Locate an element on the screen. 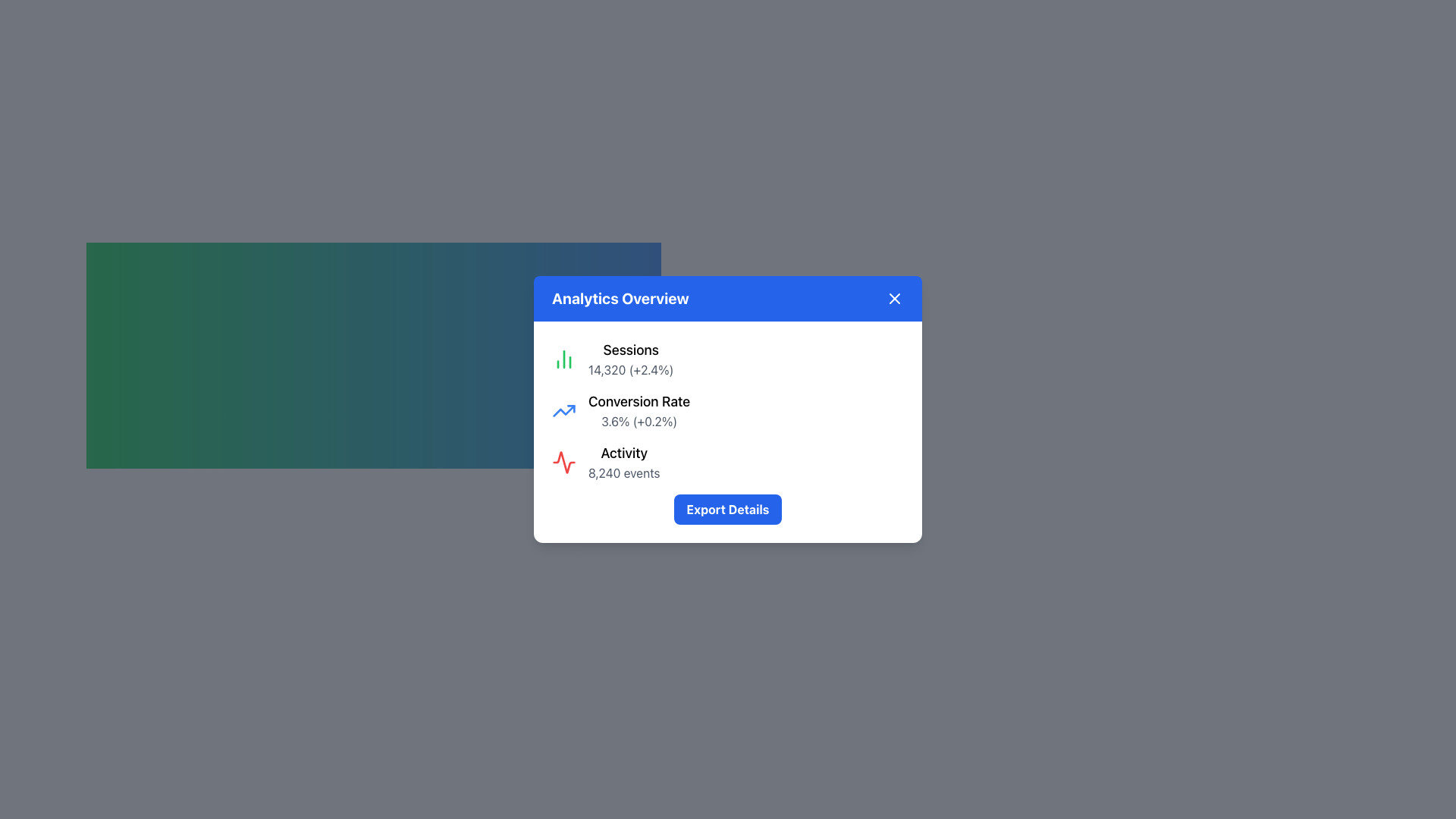  the 'Conversion Rate' Text Information Group, which displays the heading 'Conversion Rate' and the value '3.6% (+0.2%)', positioned in the center of the Analytics Overview panel is located at coordinates (639, 411).